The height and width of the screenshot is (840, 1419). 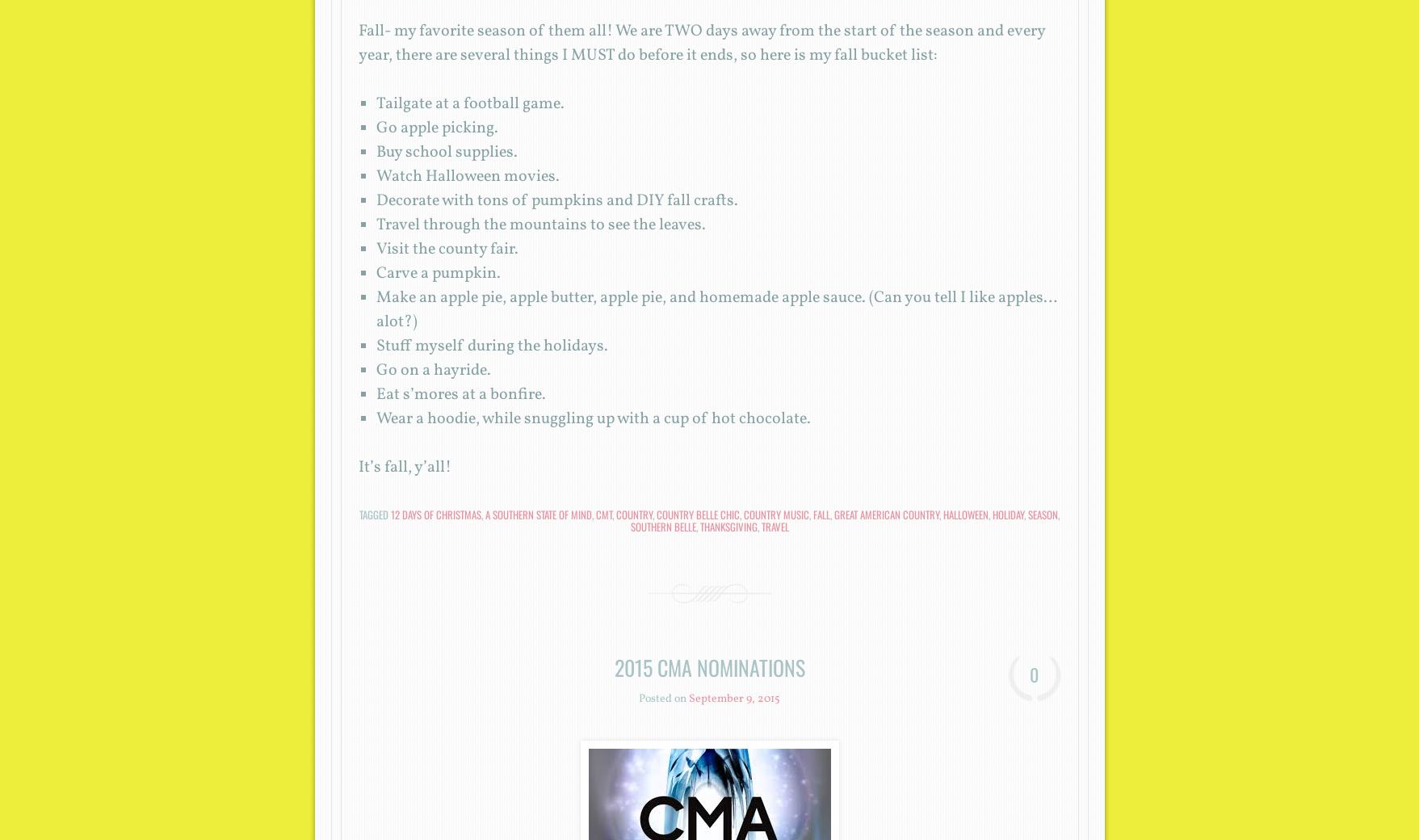 What do you see at coordinates (390, 514) in the screenshot?
I see `'12 days of Christmas'` at bounding box center [390, 514].